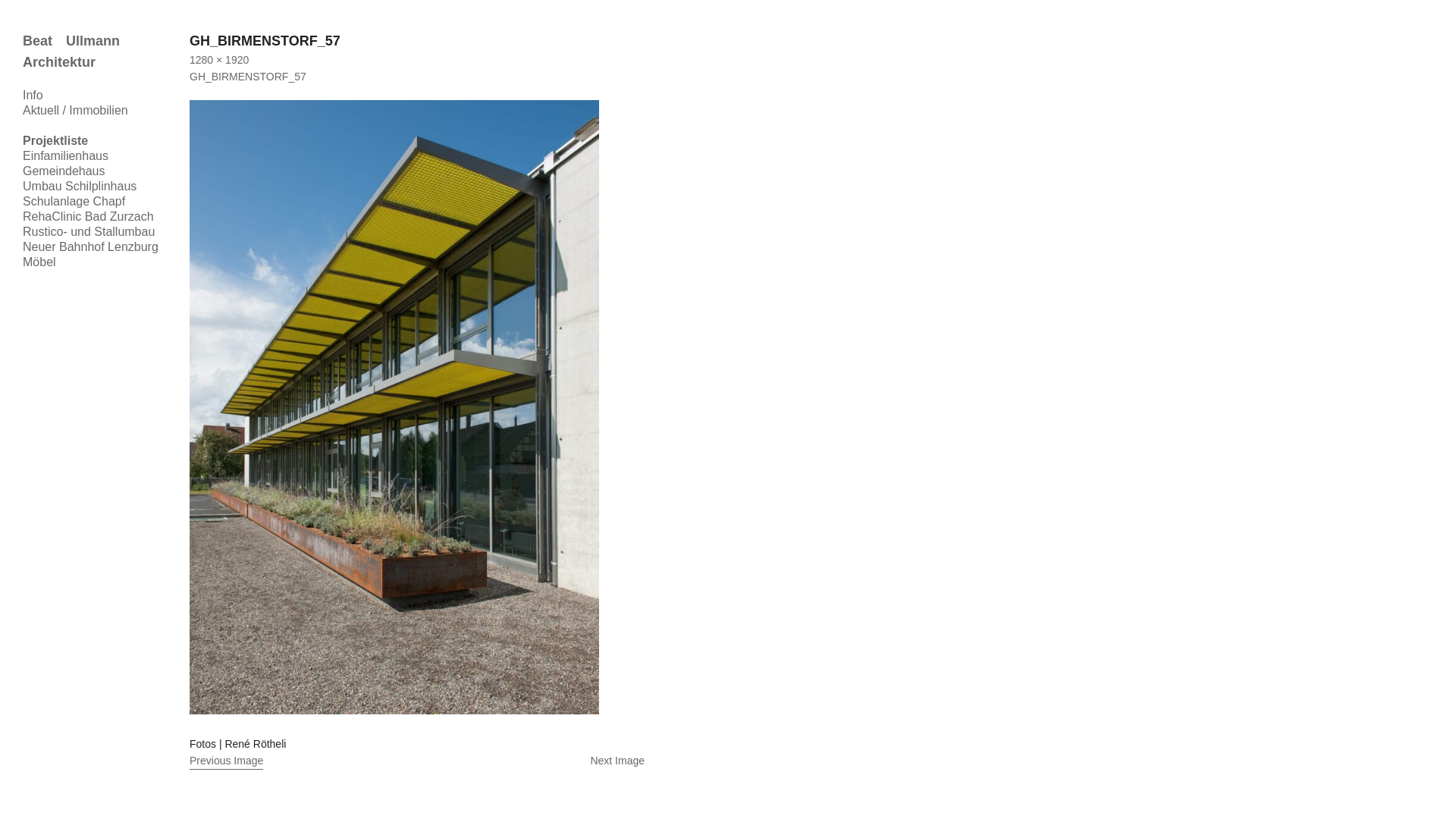 This screenshot has width=1456, height=819. What do you see at coordinates (64, 155) in the screenshot?
I see `'Einfamilienhaus'` at bounding box center [64, 155].